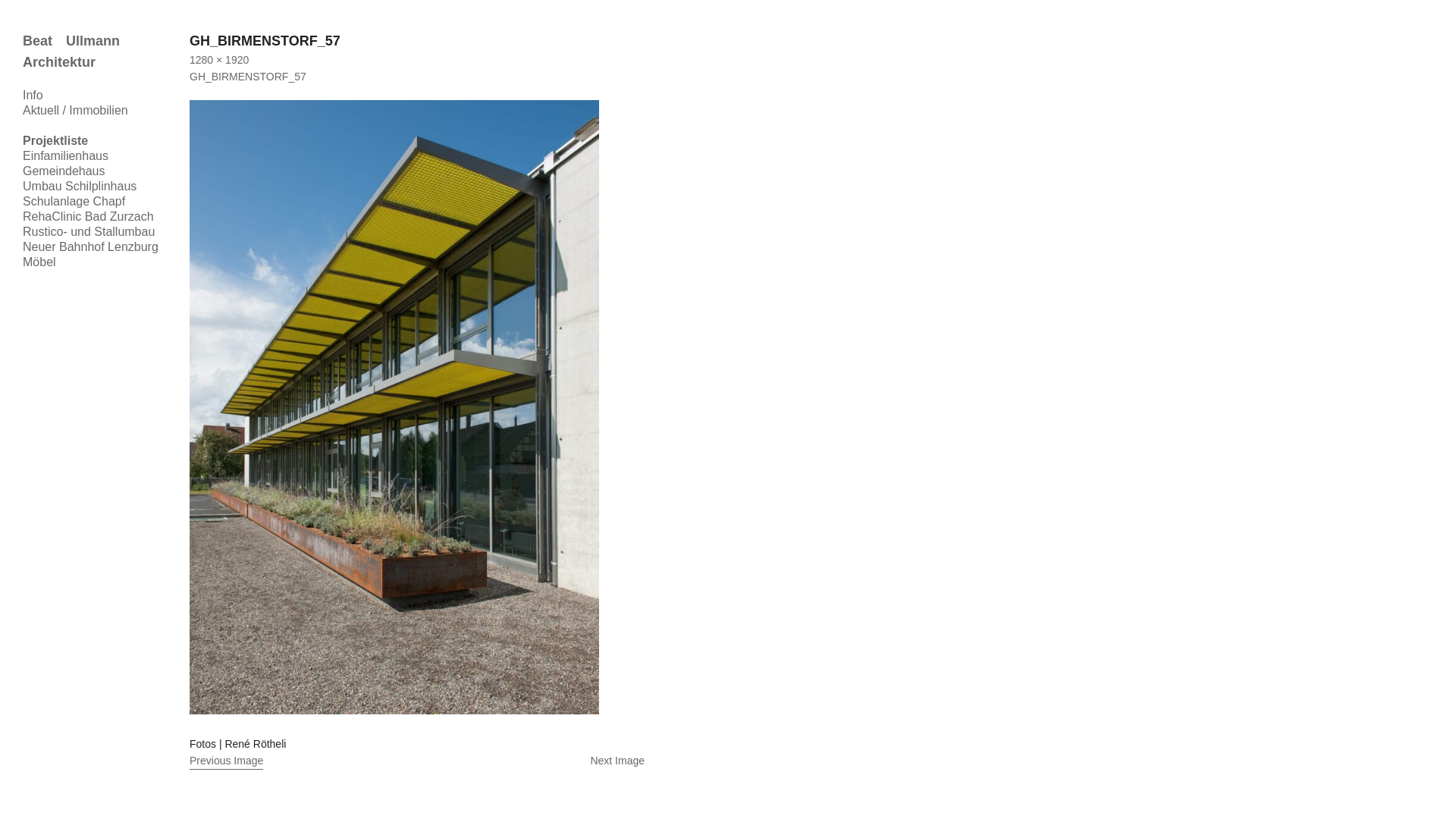 This screenshot has width=1456, height=819. What do you see at coordinates (64, 155) in the screenshot?
I see `'Einfamilienhaus'` at bounding box center [64, 155].